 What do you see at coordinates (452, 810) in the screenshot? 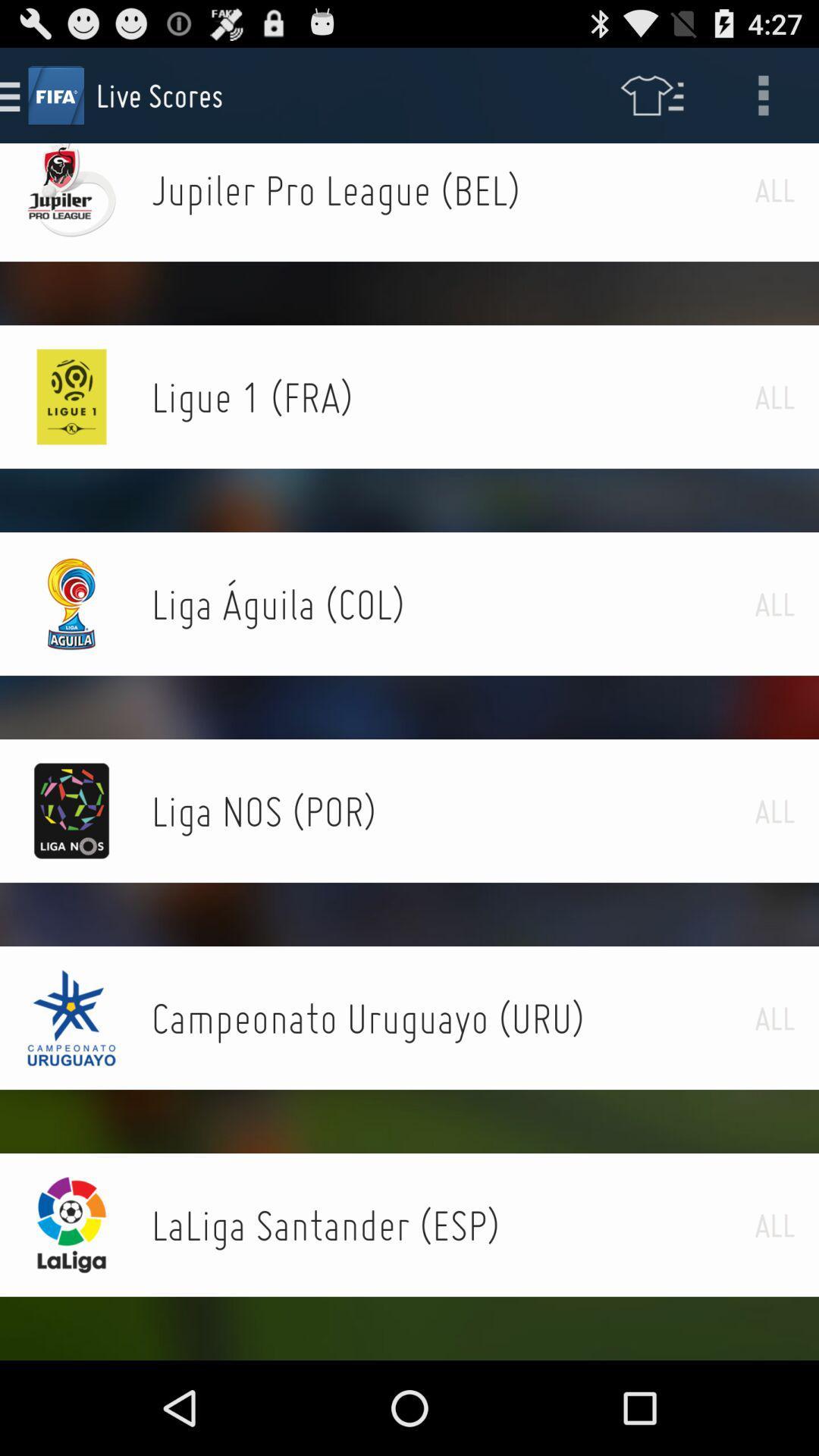
I see `the icon next to the all item` at bounding box center [452, 810].